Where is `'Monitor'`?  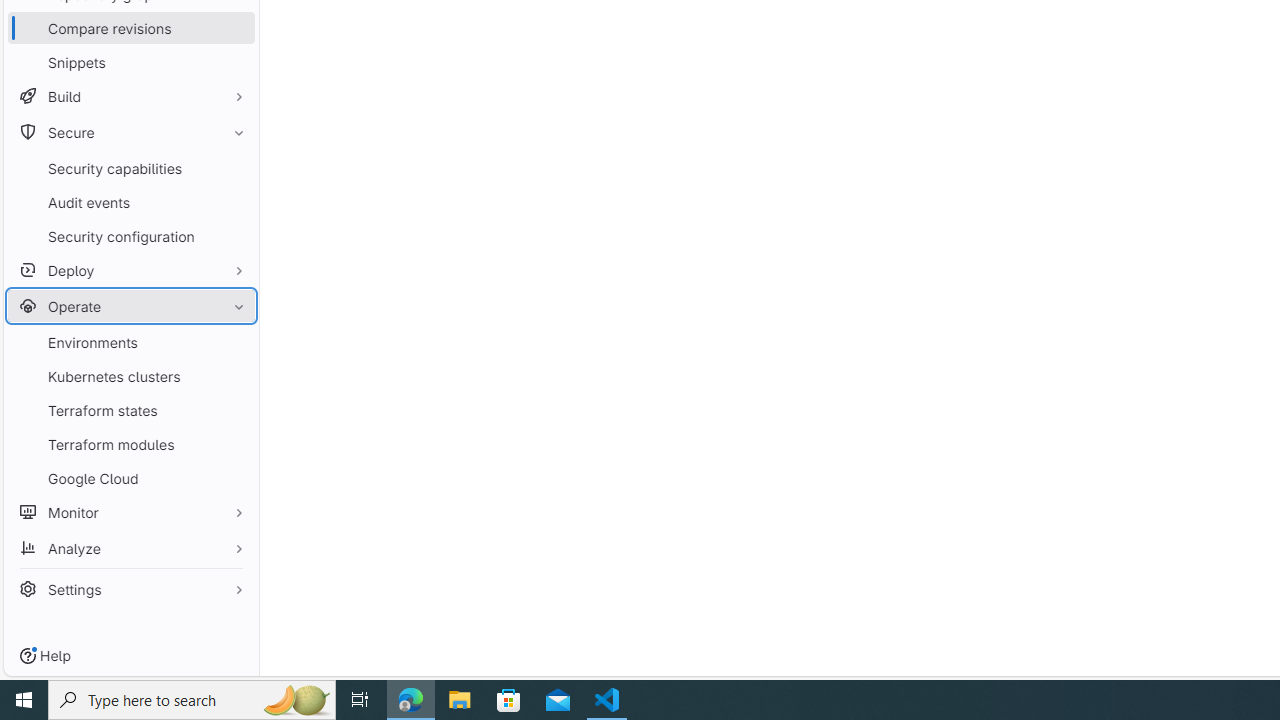 'Monitor' is located at coordinates (130, 511).